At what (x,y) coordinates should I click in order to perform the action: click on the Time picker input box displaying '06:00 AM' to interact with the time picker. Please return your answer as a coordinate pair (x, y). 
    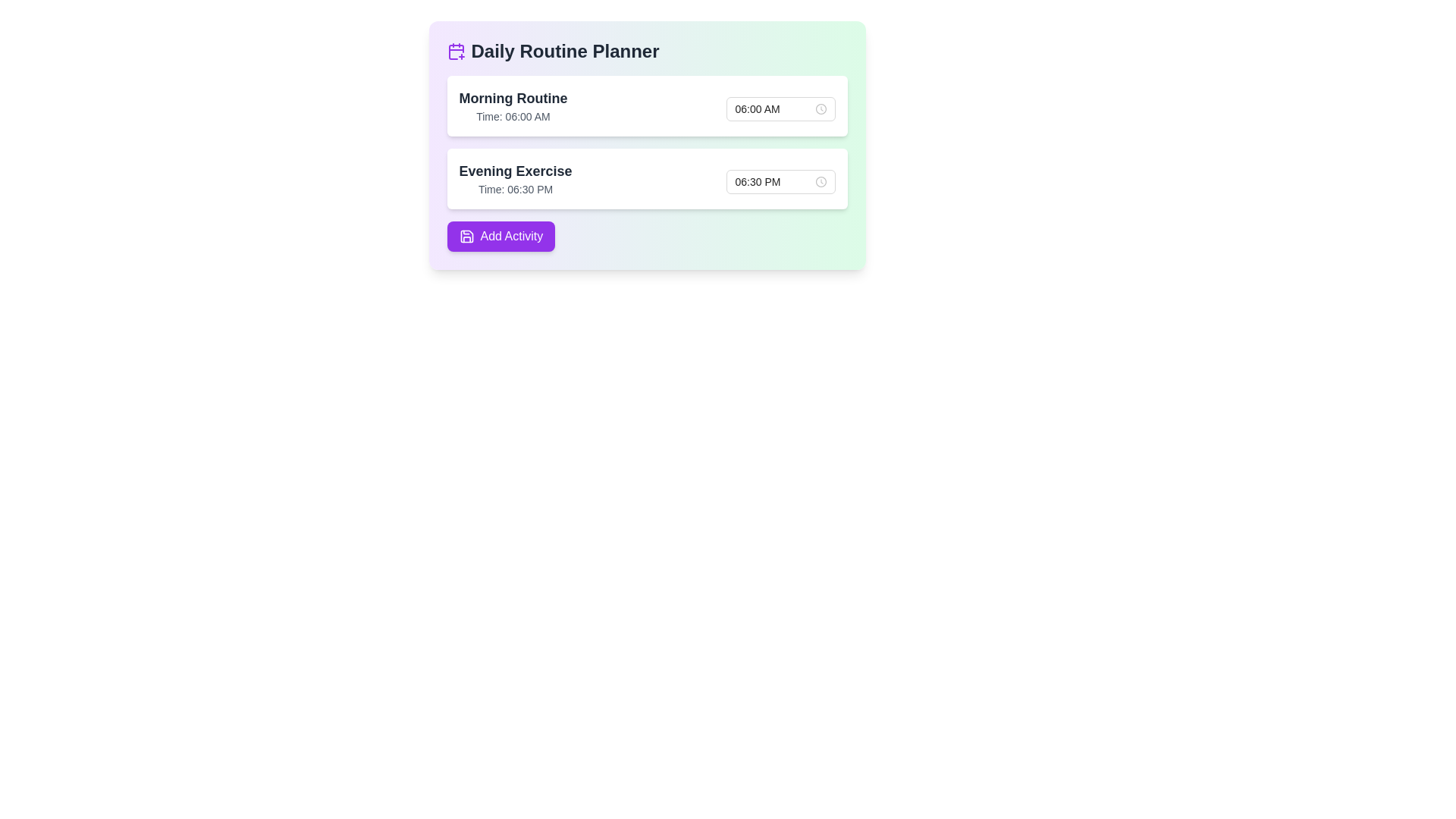
    Looking at the image, I should click on (780, 108).